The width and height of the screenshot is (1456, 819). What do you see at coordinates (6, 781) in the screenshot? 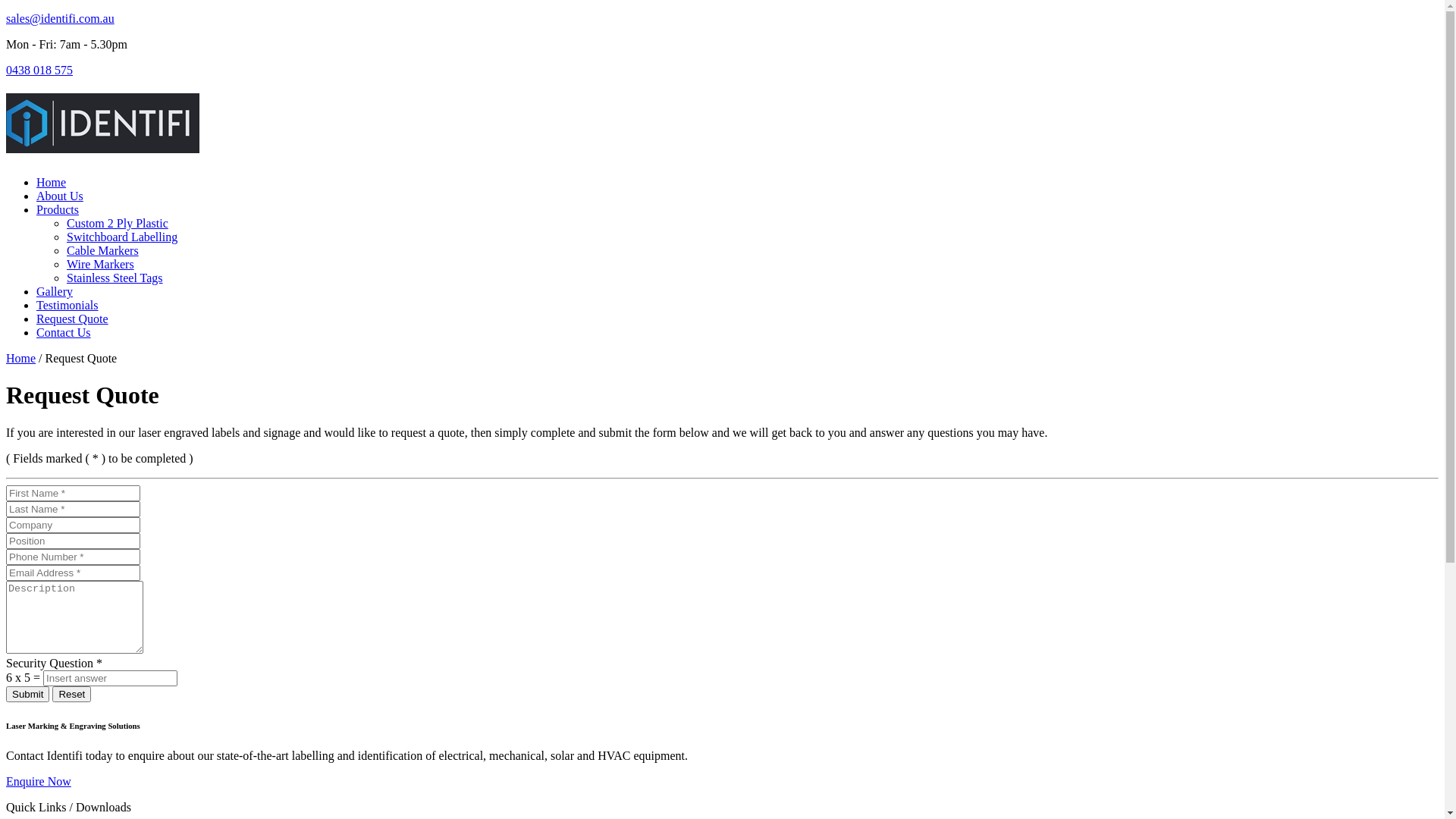
I see `'Enquire Now'` at bounding box center [6, 781].